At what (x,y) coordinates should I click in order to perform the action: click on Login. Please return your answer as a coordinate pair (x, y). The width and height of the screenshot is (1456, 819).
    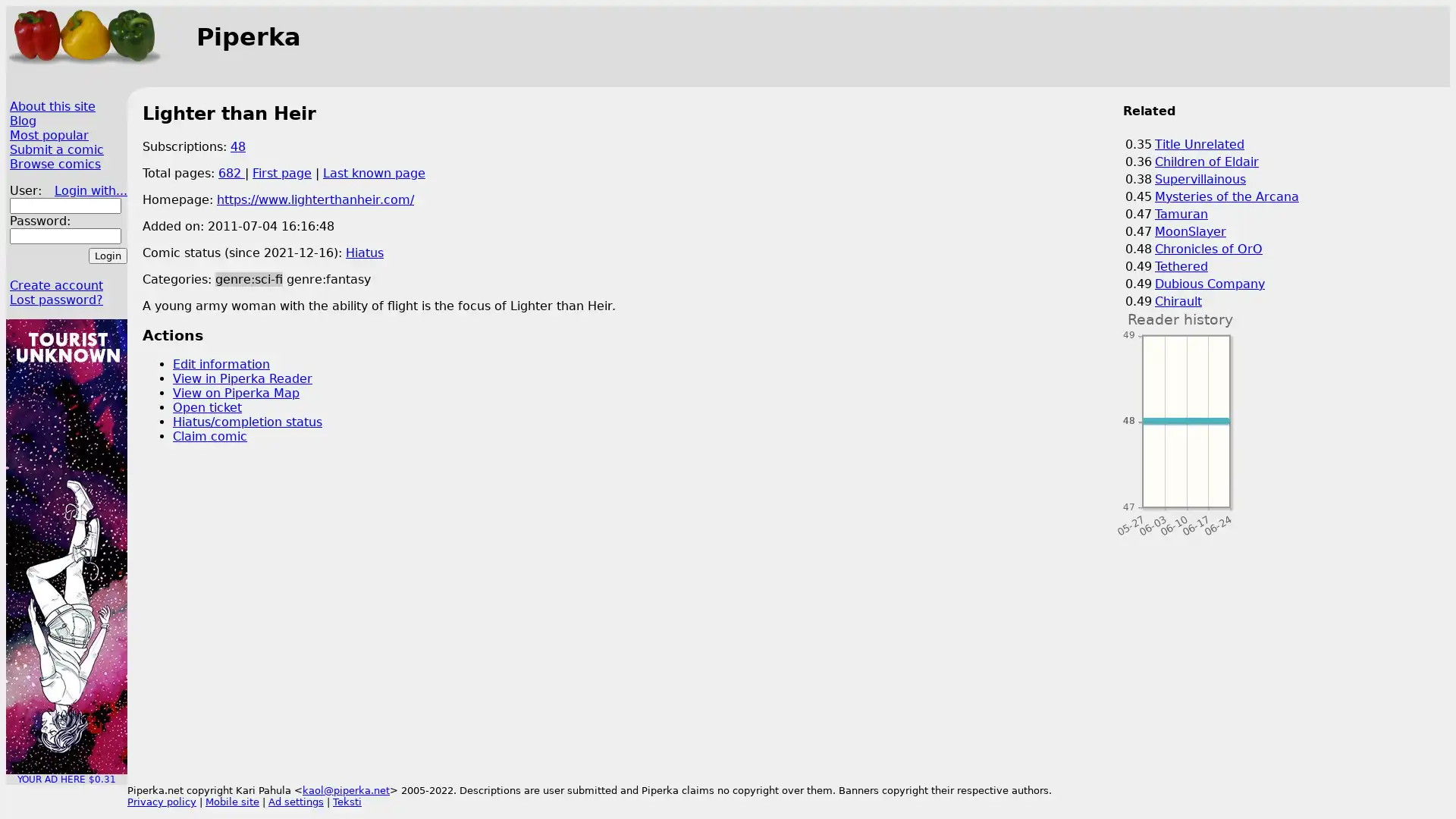
    Looking at the image, I should click on (107, 255).